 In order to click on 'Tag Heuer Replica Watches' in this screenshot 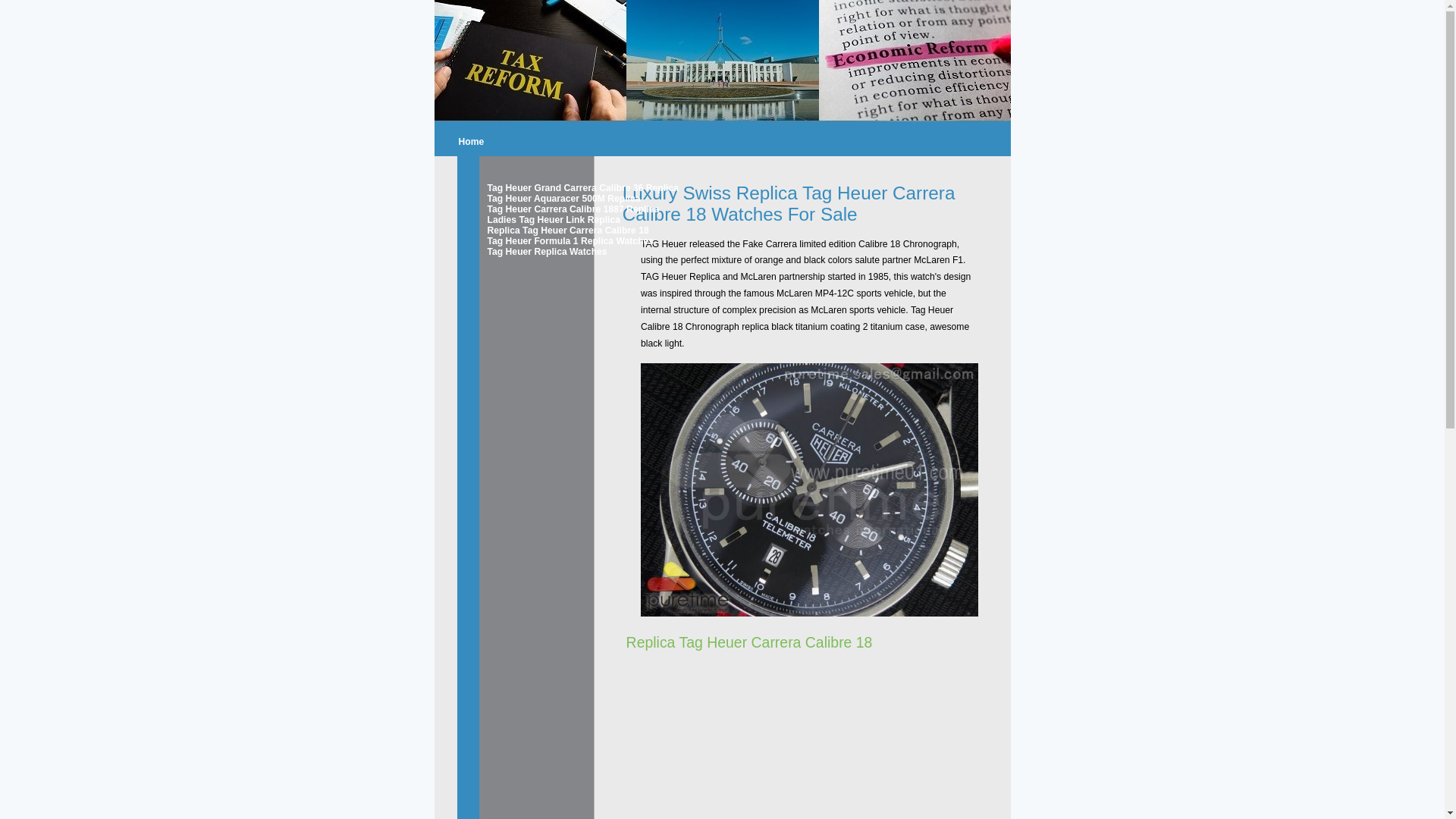, I will do `click(487, 250)`.